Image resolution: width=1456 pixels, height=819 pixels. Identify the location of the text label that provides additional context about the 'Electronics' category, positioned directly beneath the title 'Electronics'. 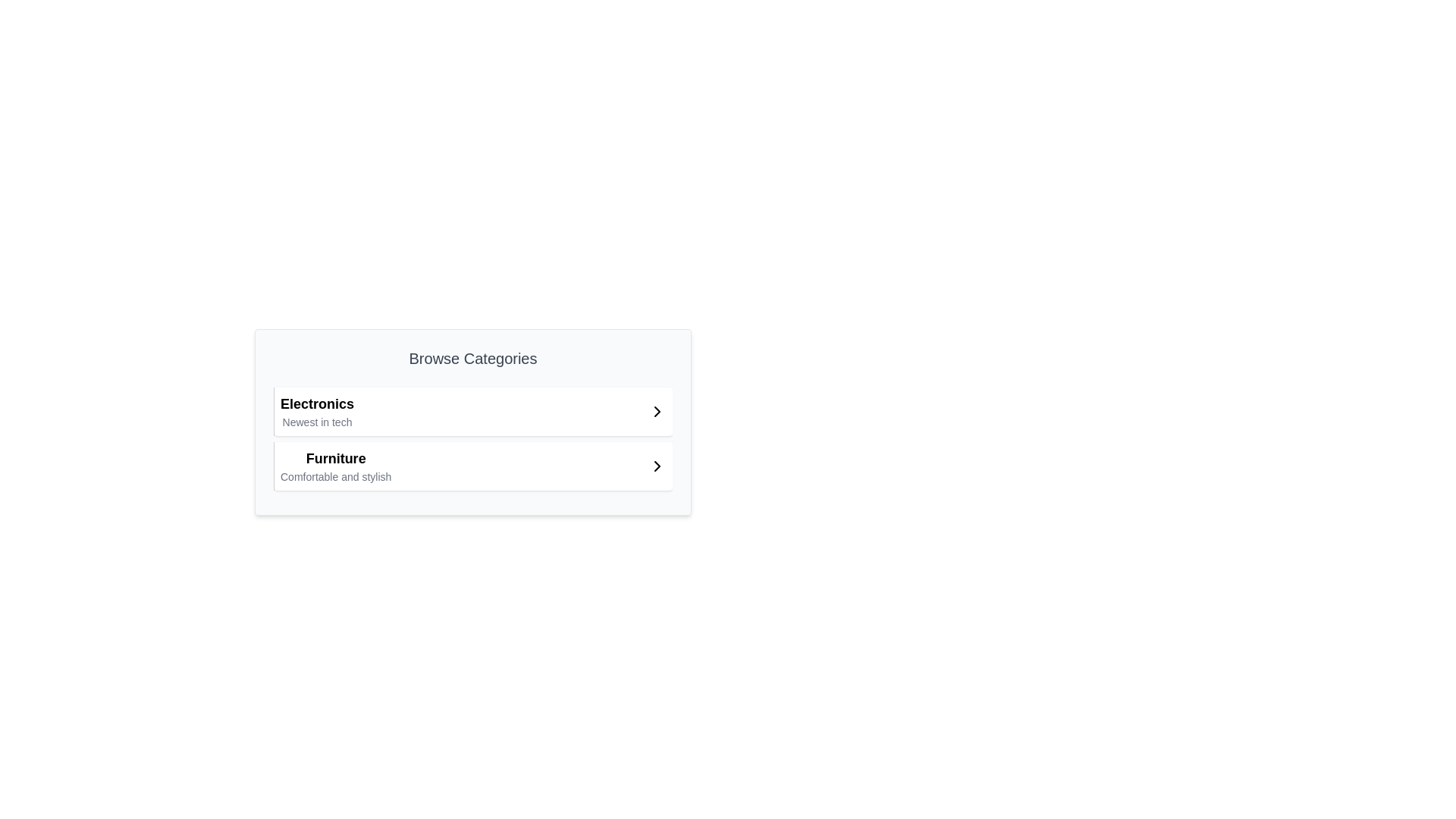
(316, 422).